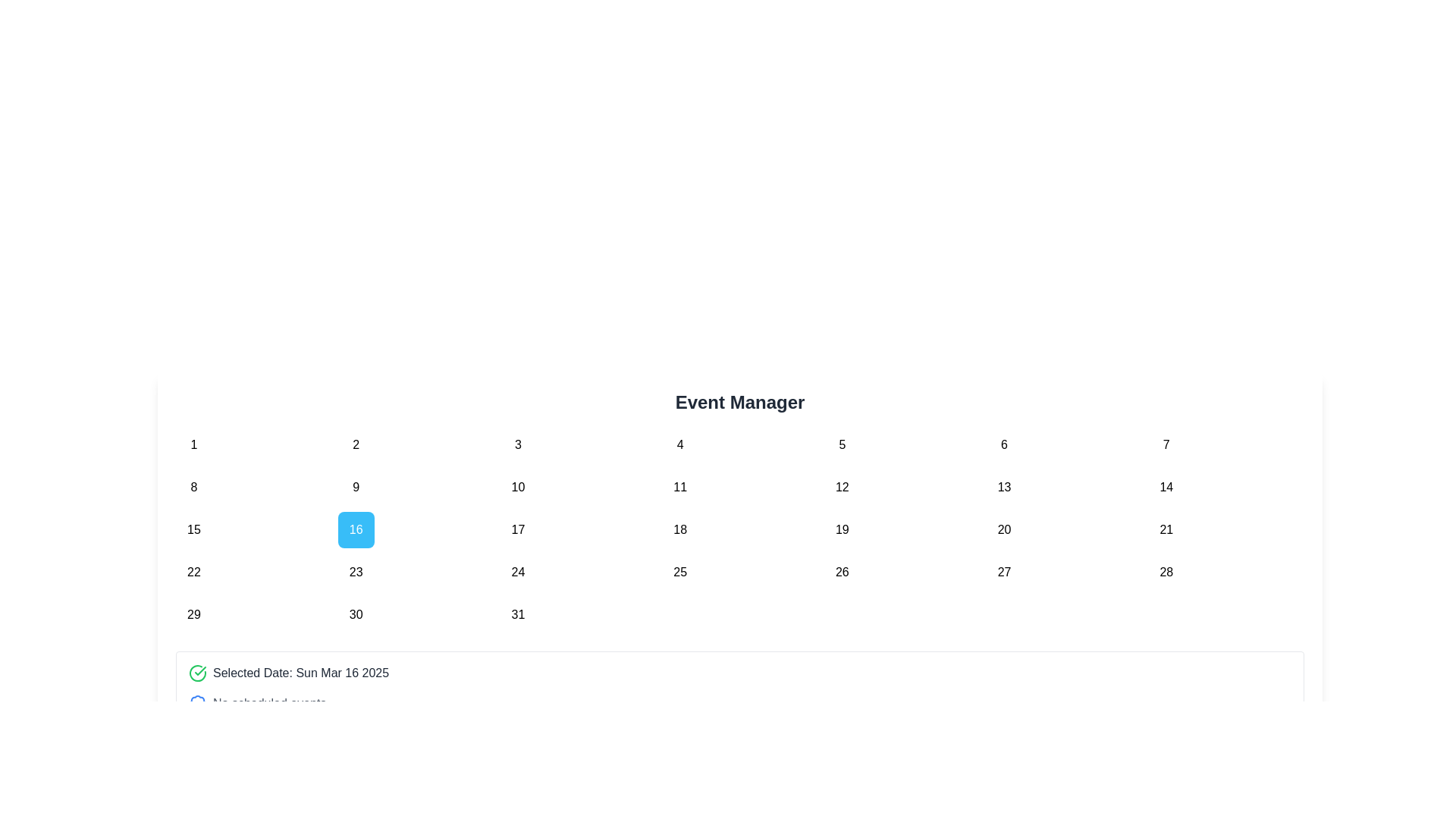 Image resolution: width=1456 pixels, height=819 pixels. What do you see at coordinates (1004, 444) in the screenshot?
I see `the numeral '6' button in the calendar layout` at bounding box center [1004, 444].